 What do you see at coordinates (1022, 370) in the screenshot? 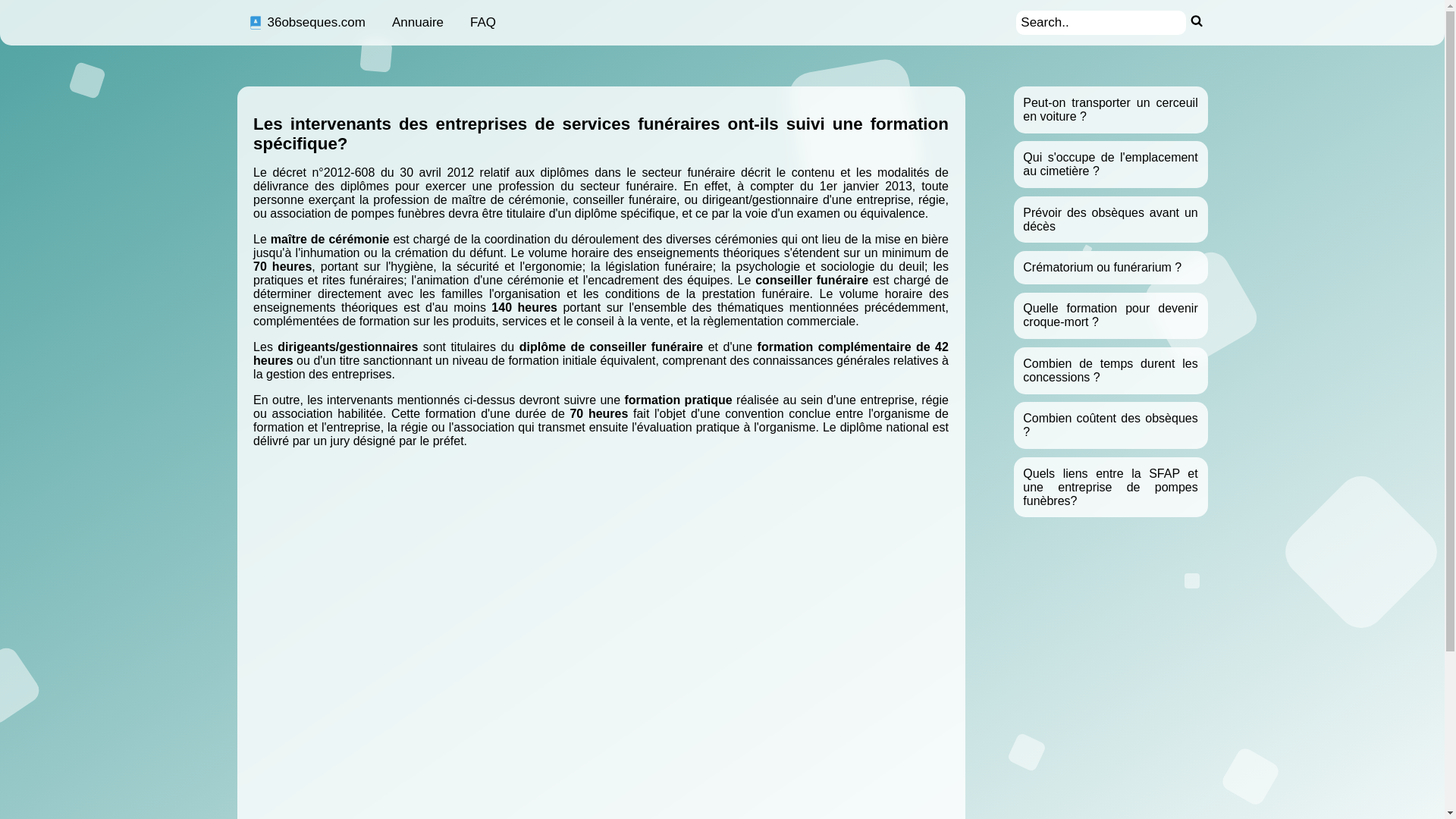
I see `'Combien de temps durent les concessions ?'` at bounding box center [1022, 370].